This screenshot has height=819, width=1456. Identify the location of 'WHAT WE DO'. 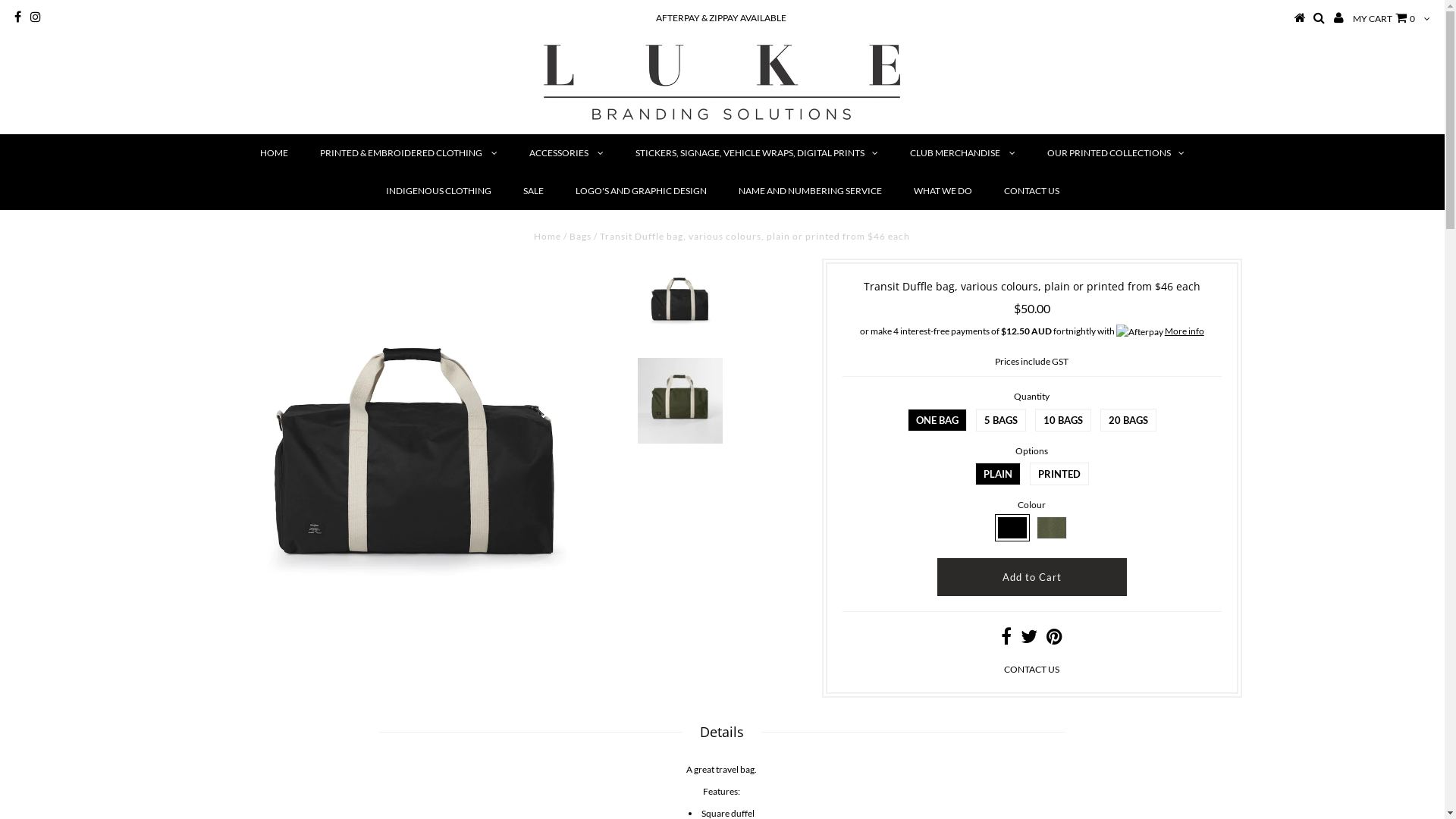
(941, 190).